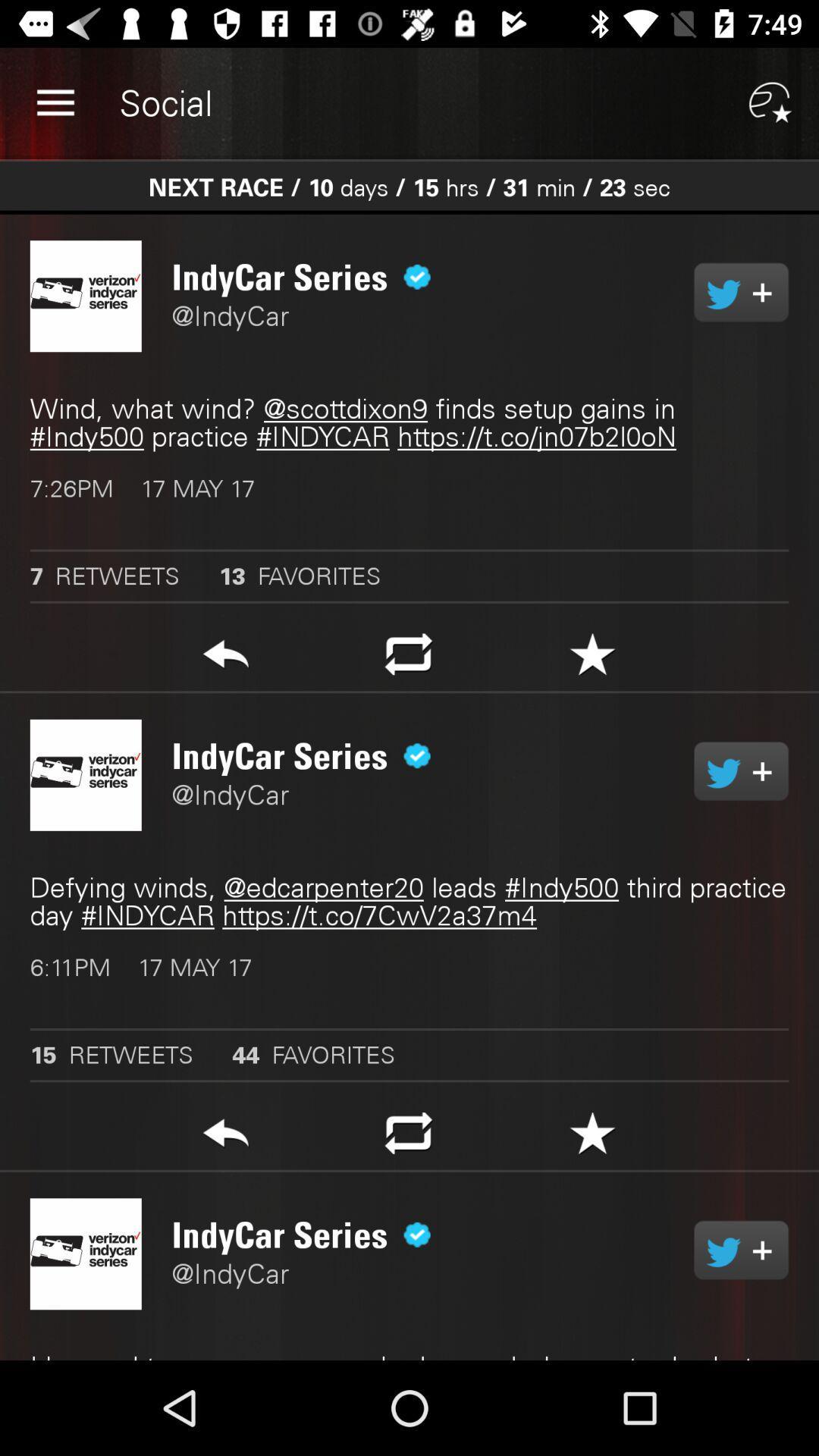 This screenshot has height=1456, width=819. Describe the element at coordinates (408, 1137) in the screenshot. I see `shuffle` at that location.